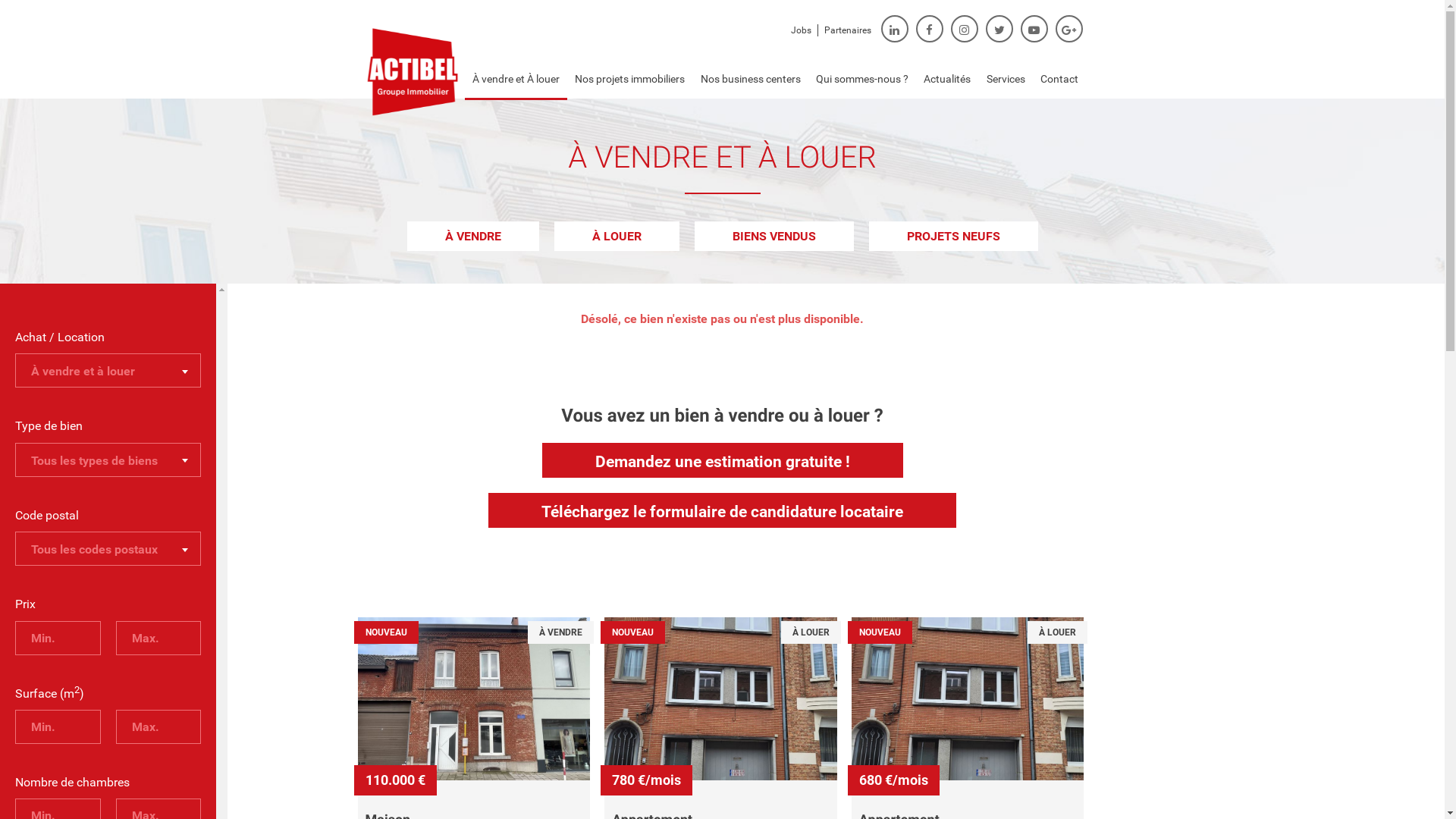 This screenshot has height=819, width=1456. I want to click on 'YouTube', so click(1033, 29).